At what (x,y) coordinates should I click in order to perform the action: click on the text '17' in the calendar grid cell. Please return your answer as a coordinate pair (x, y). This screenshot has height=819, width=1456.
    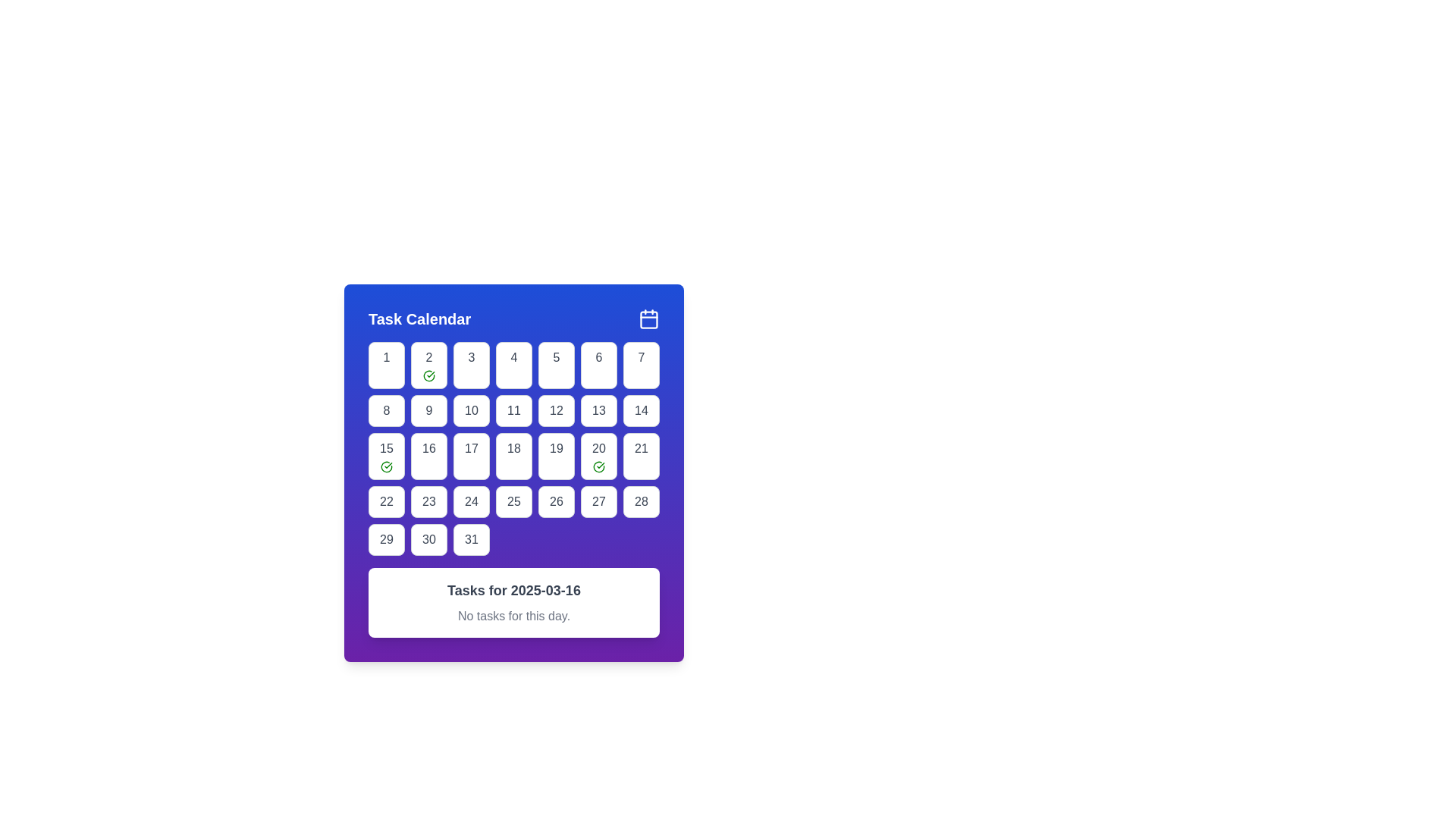
    Looking at the image, I should click on (471, 447).